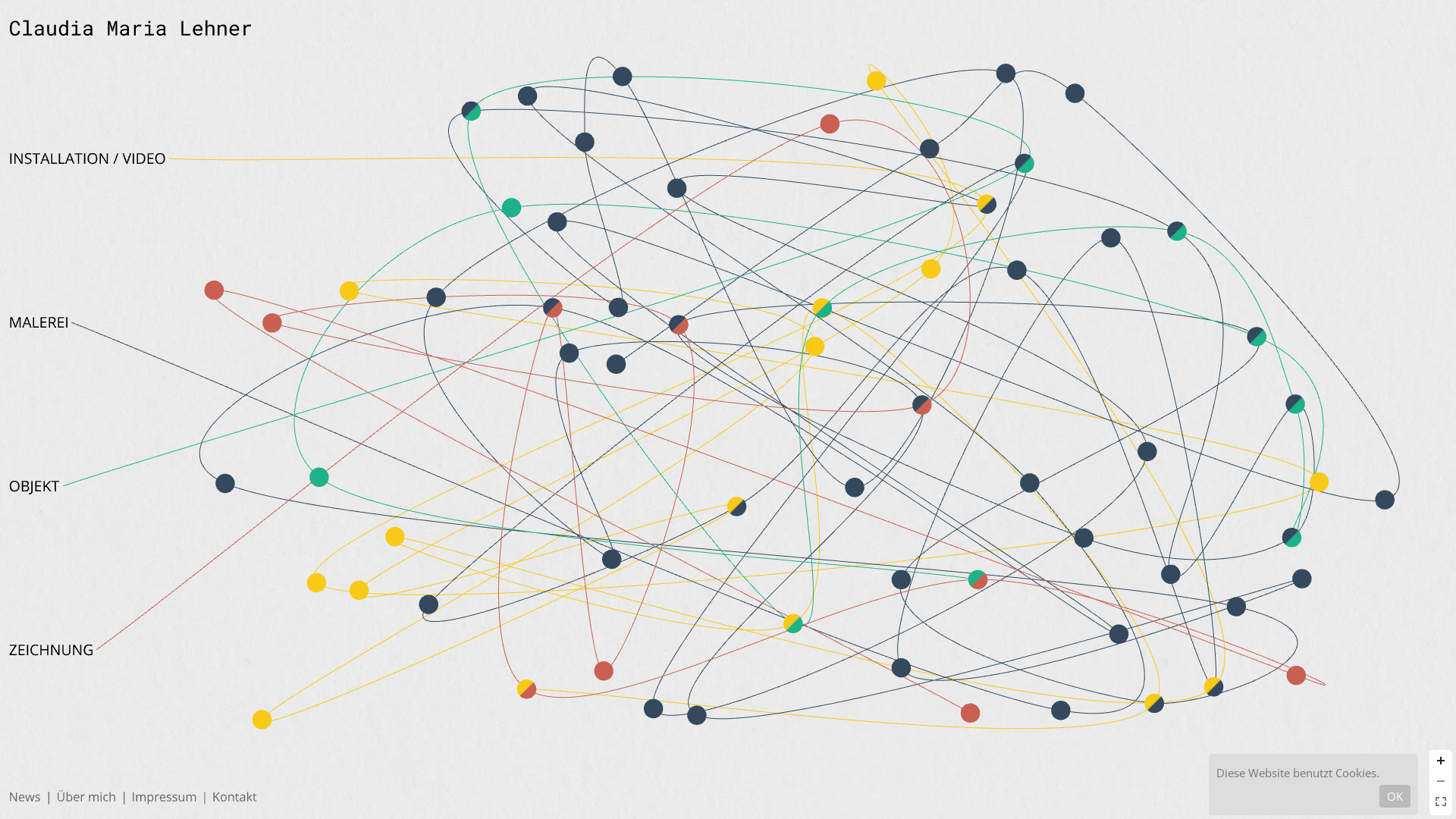 The width and height of the screenshot is (1456, 819). I want to click on 'OK', so click(1395, 795).